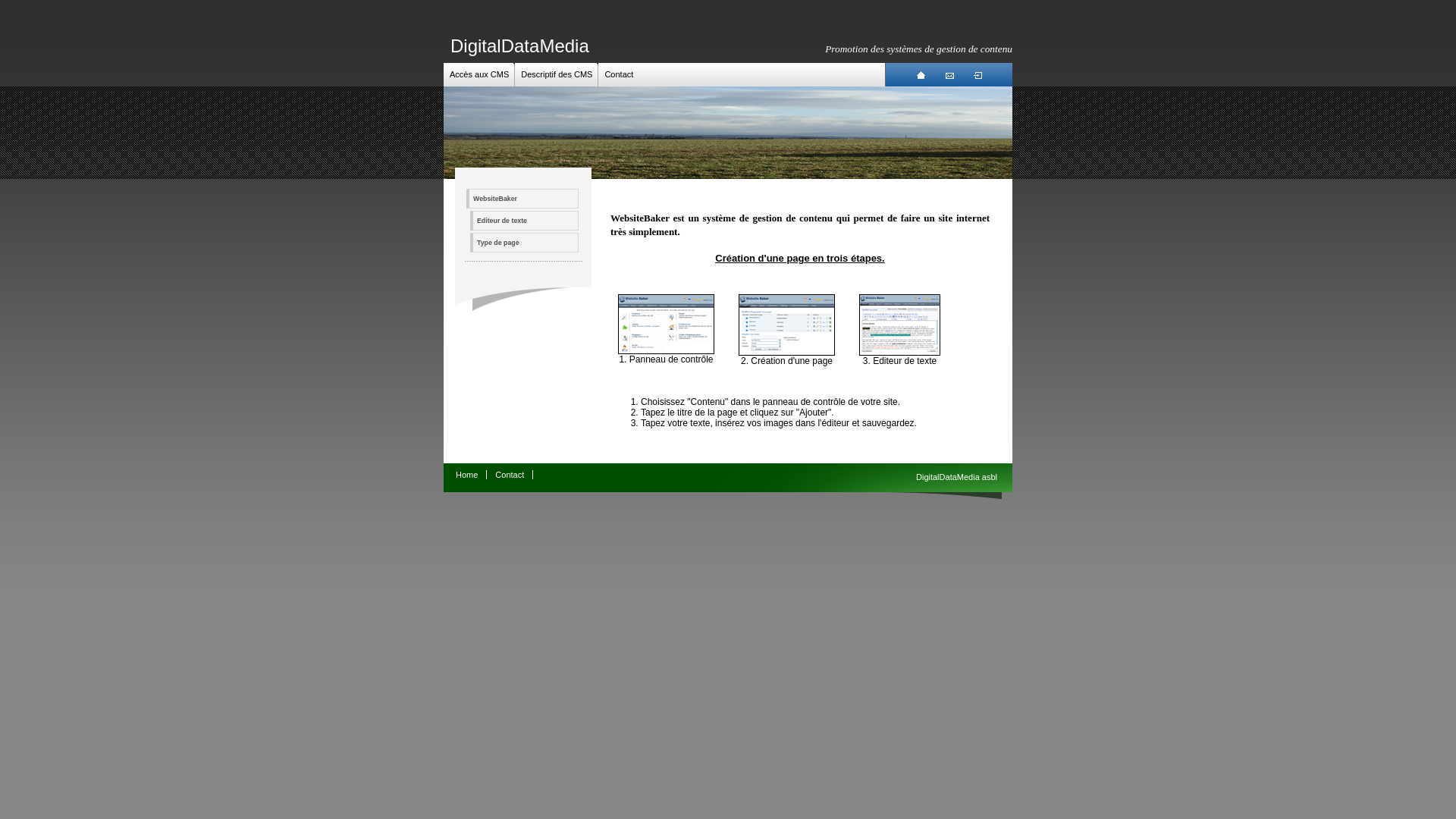 The height and width of the screenshot is (819, 1456). I want to click on 'DigitalDataMedia', so click(519, 45).